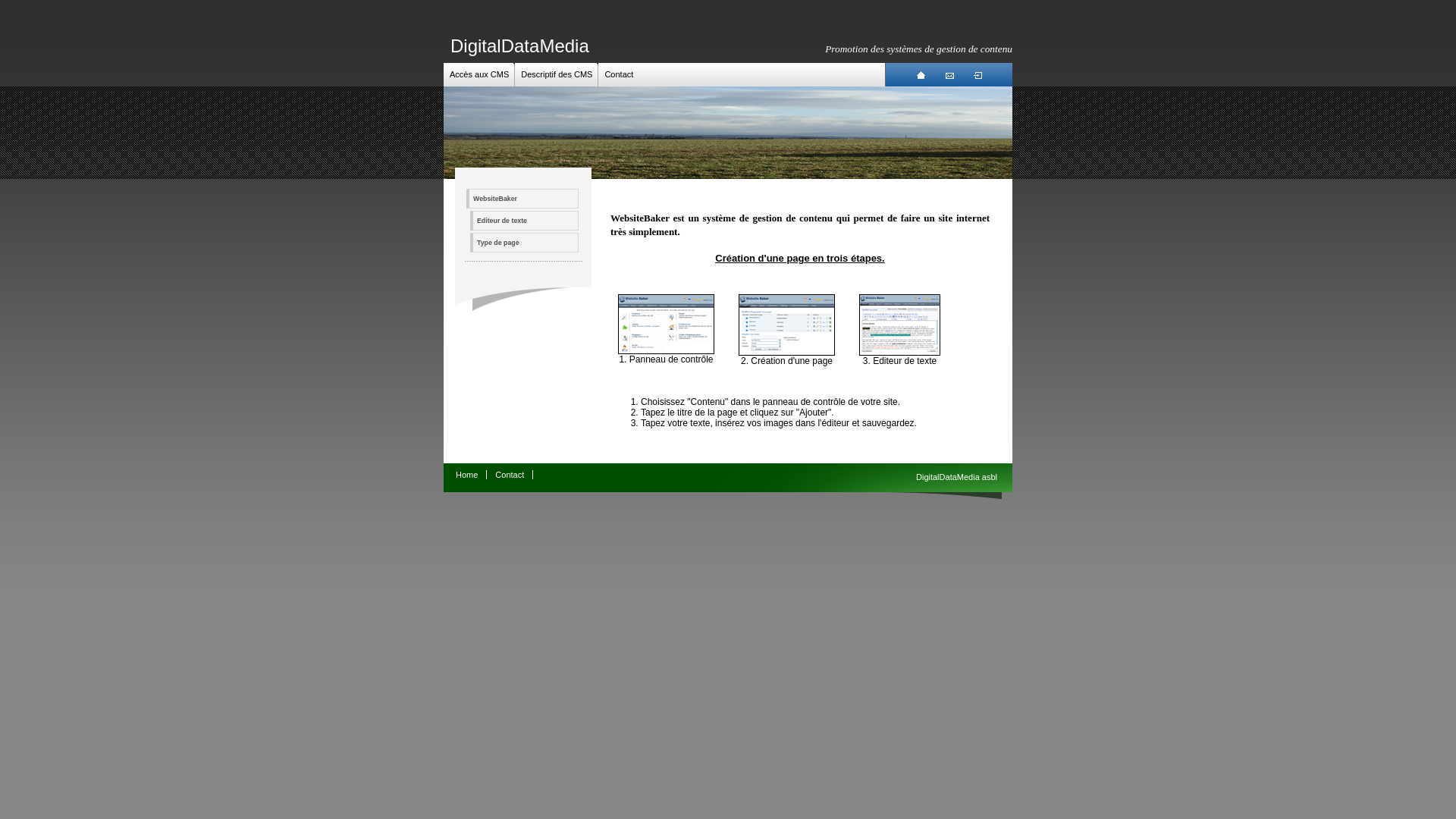 The height and width of the screenshot is (819, 1456). I want to click on 'DigitalDataMedia', so click(519, 45).